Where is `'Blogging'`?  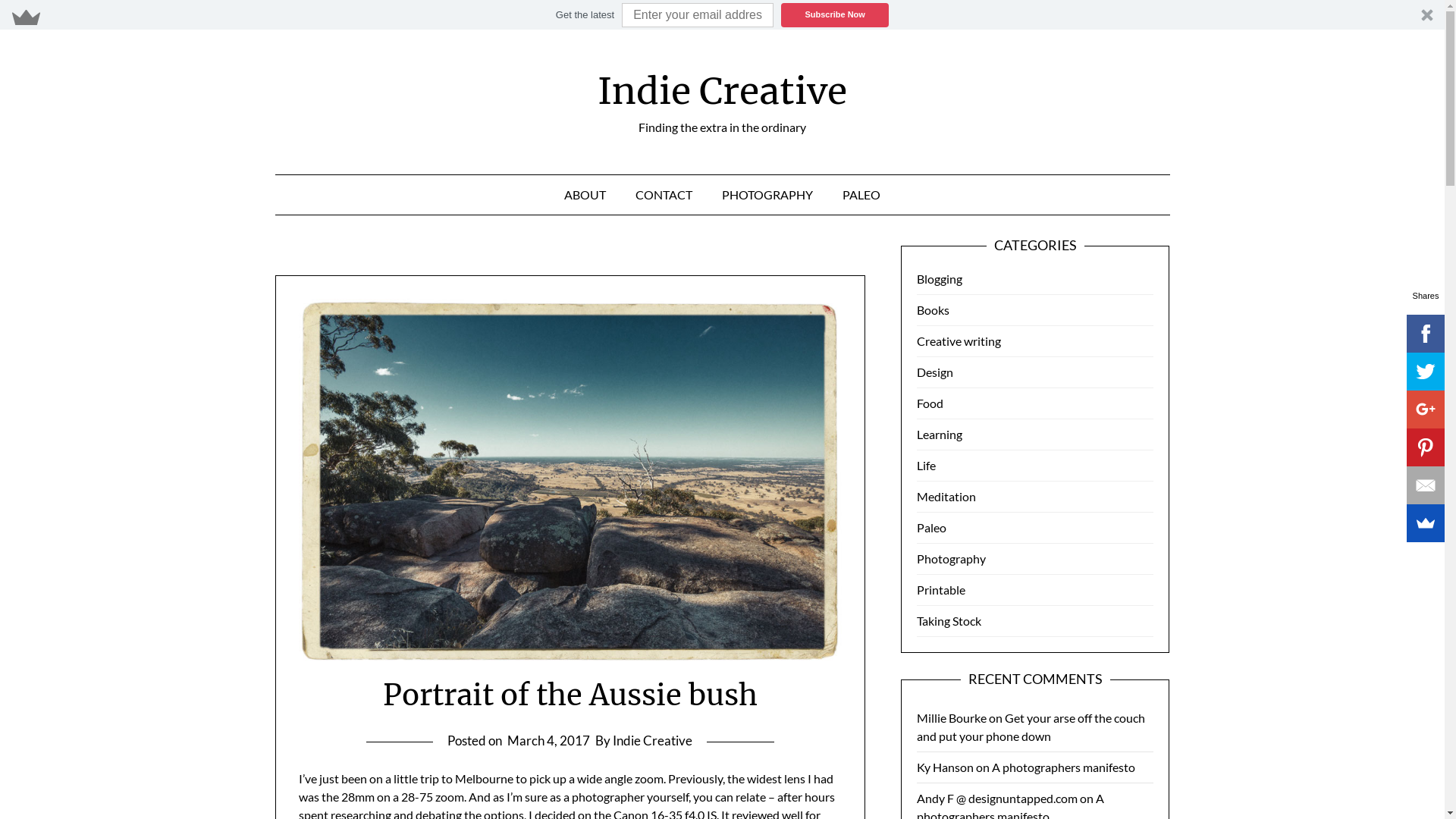
'Blogging' is located at coordinates (938, 278).